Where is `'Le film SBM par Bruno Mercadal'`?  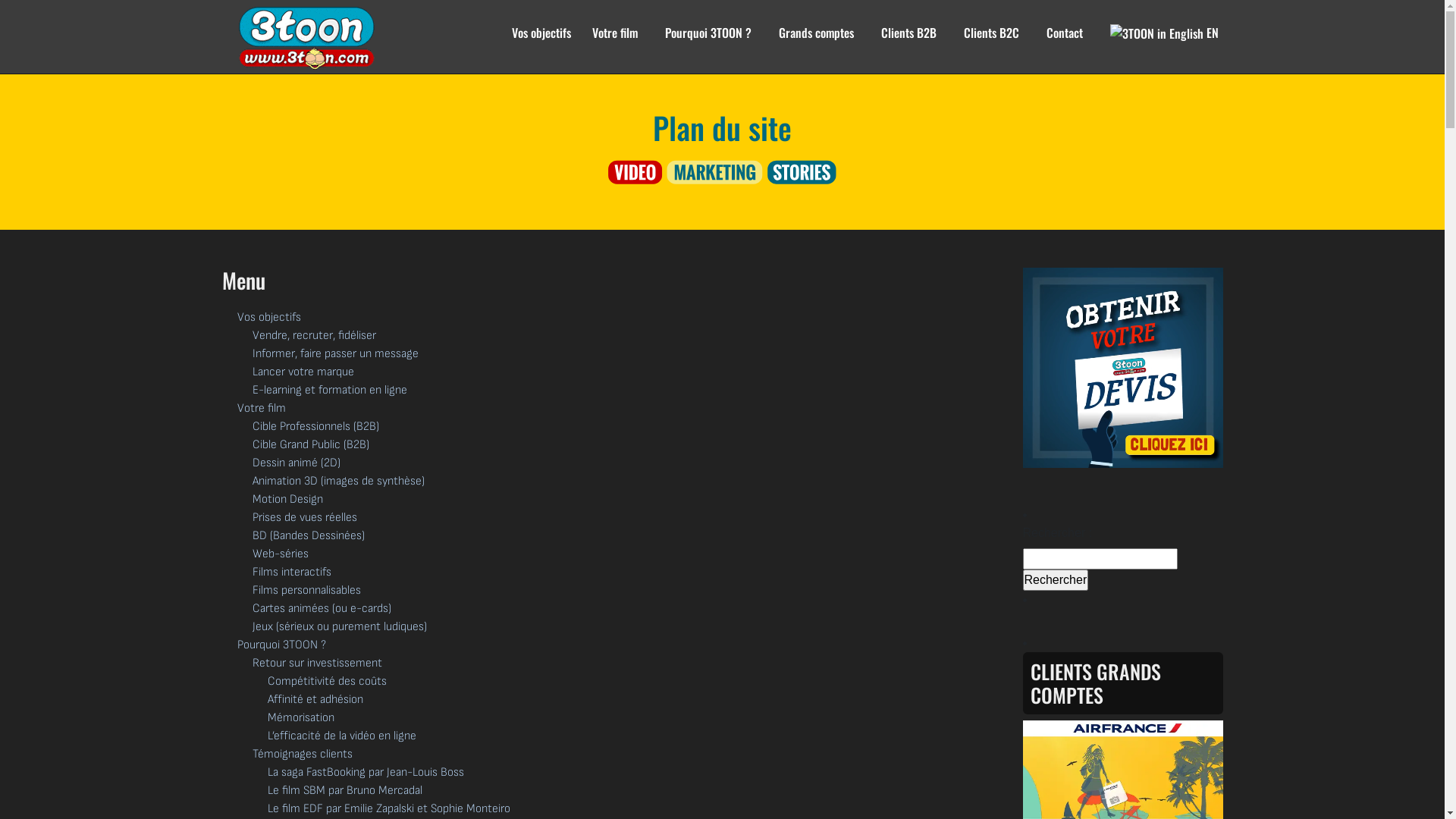
'Le film SBM par Bruno Mercadal' is located at coordinates (344, 789).